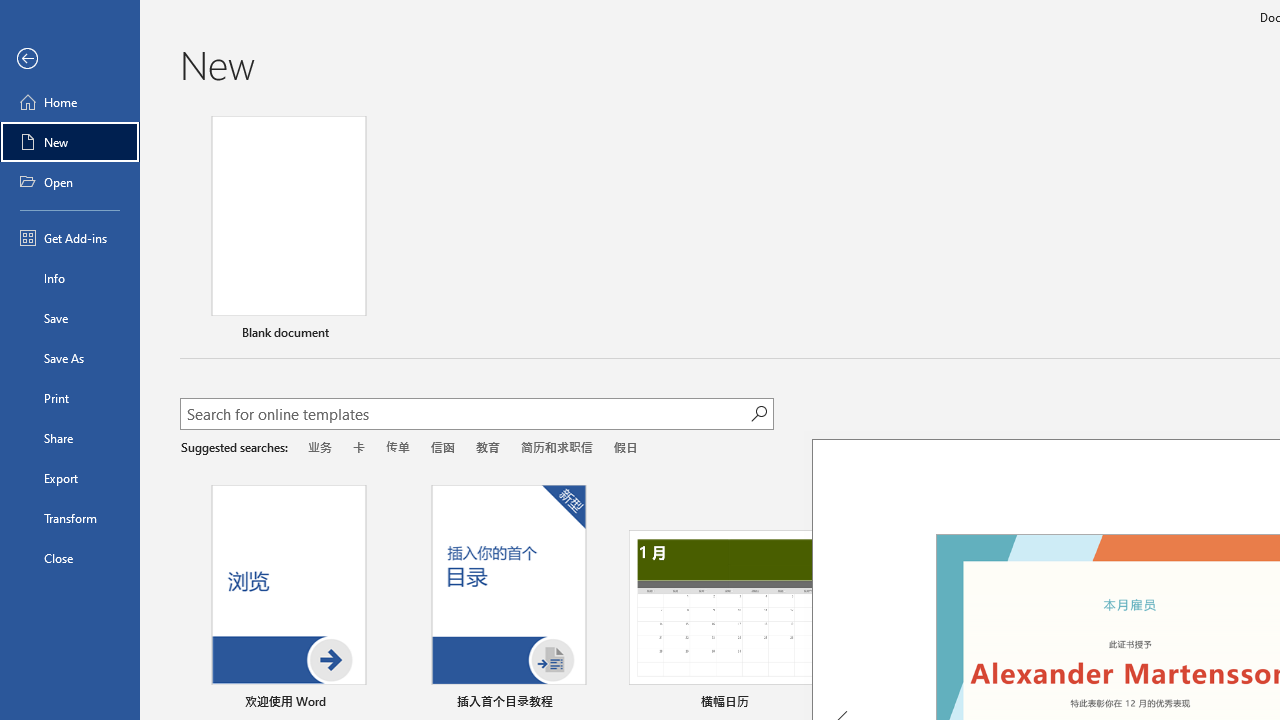 This screenshot has width=1280, height=720. I want to click on 'Print', so click(69, 398).